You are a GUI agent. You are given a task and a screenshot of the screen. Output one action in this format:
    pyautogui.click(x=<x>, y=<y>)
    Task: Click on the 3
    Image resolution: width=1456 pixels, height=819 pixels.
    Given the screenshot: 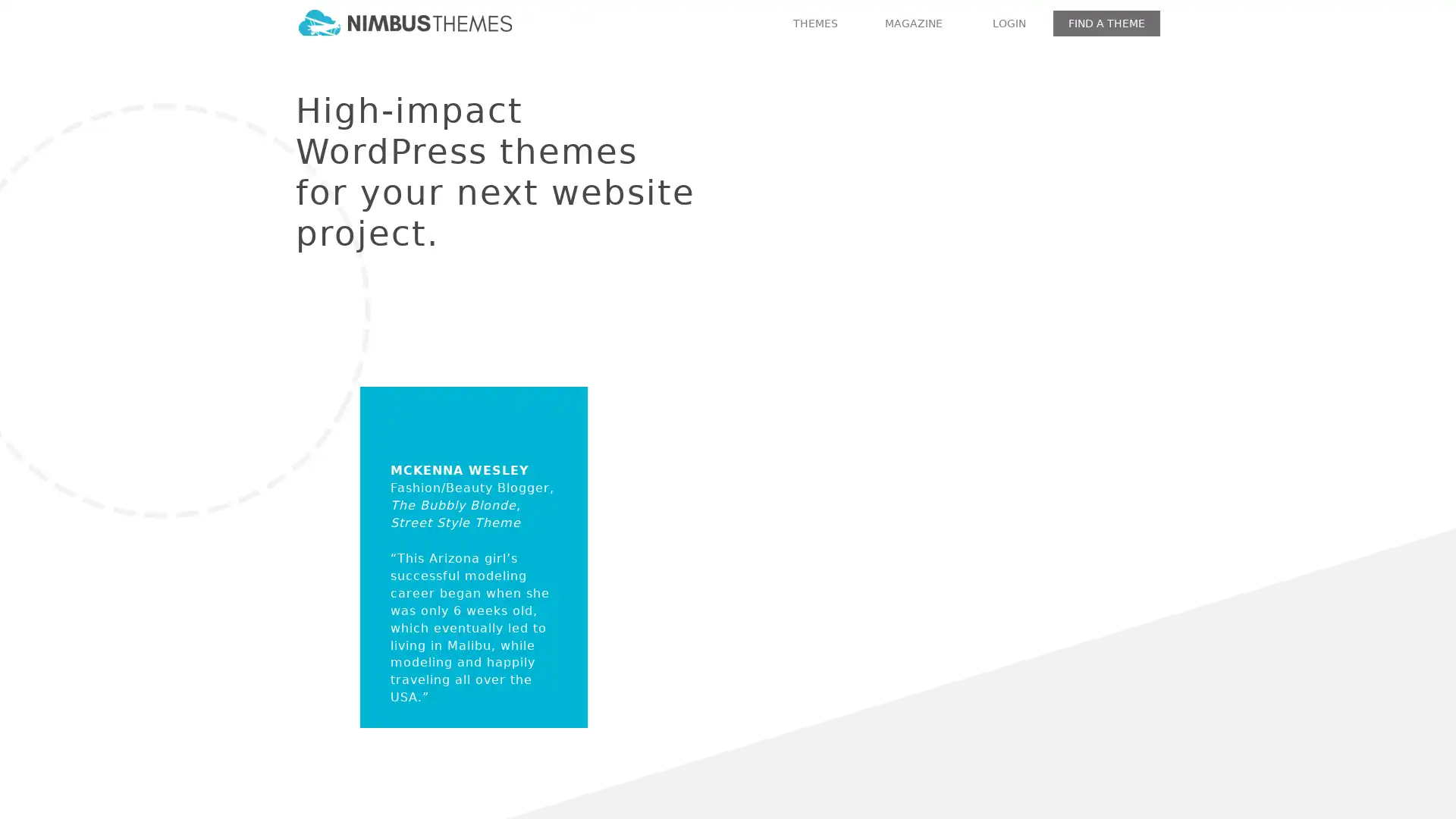 What is the action you would take?
    pyautogui.click(x=913, y=526)
    